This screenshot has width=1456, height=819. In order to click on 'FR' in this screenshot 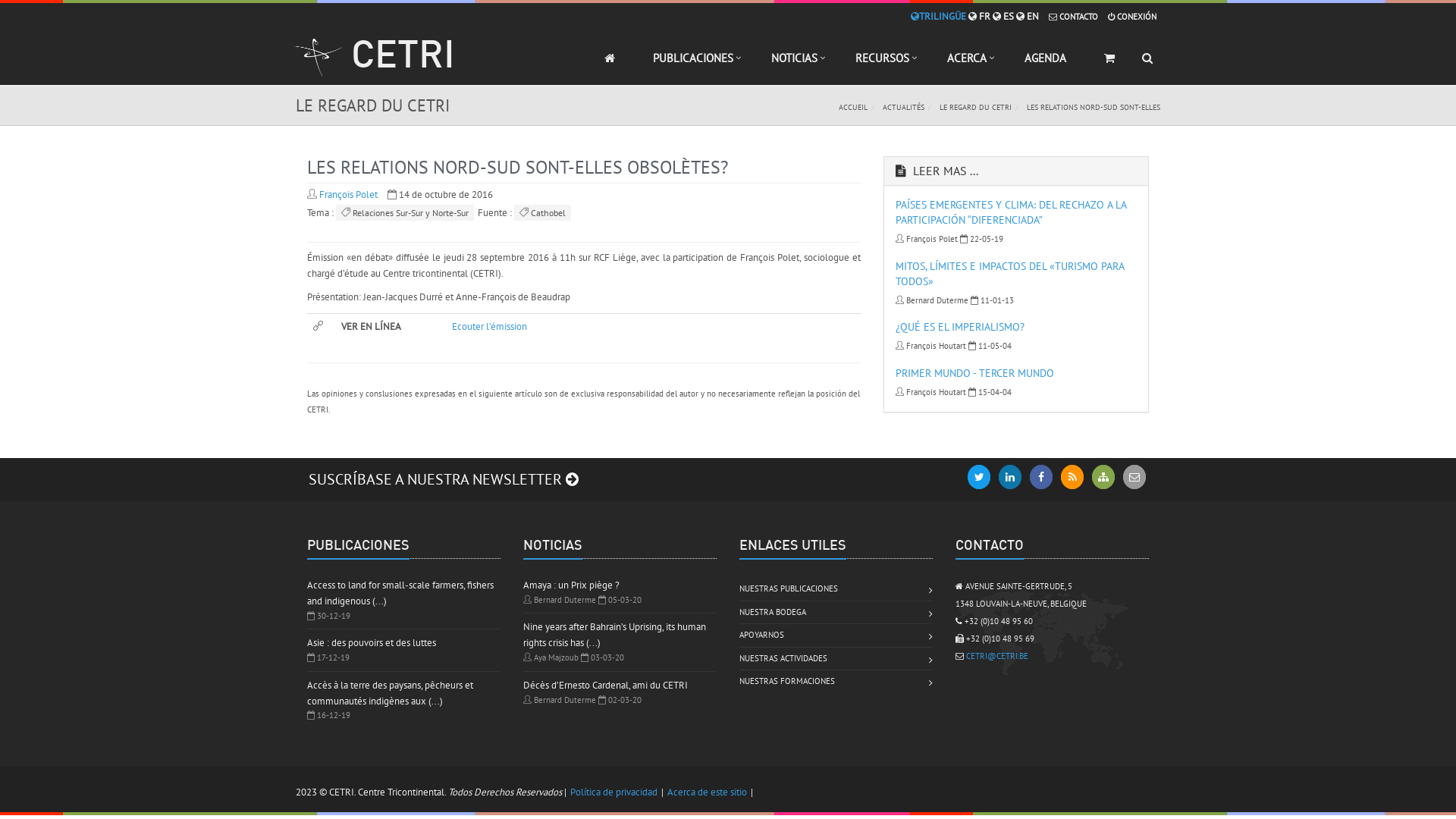, I will do `click(979, 16)`.